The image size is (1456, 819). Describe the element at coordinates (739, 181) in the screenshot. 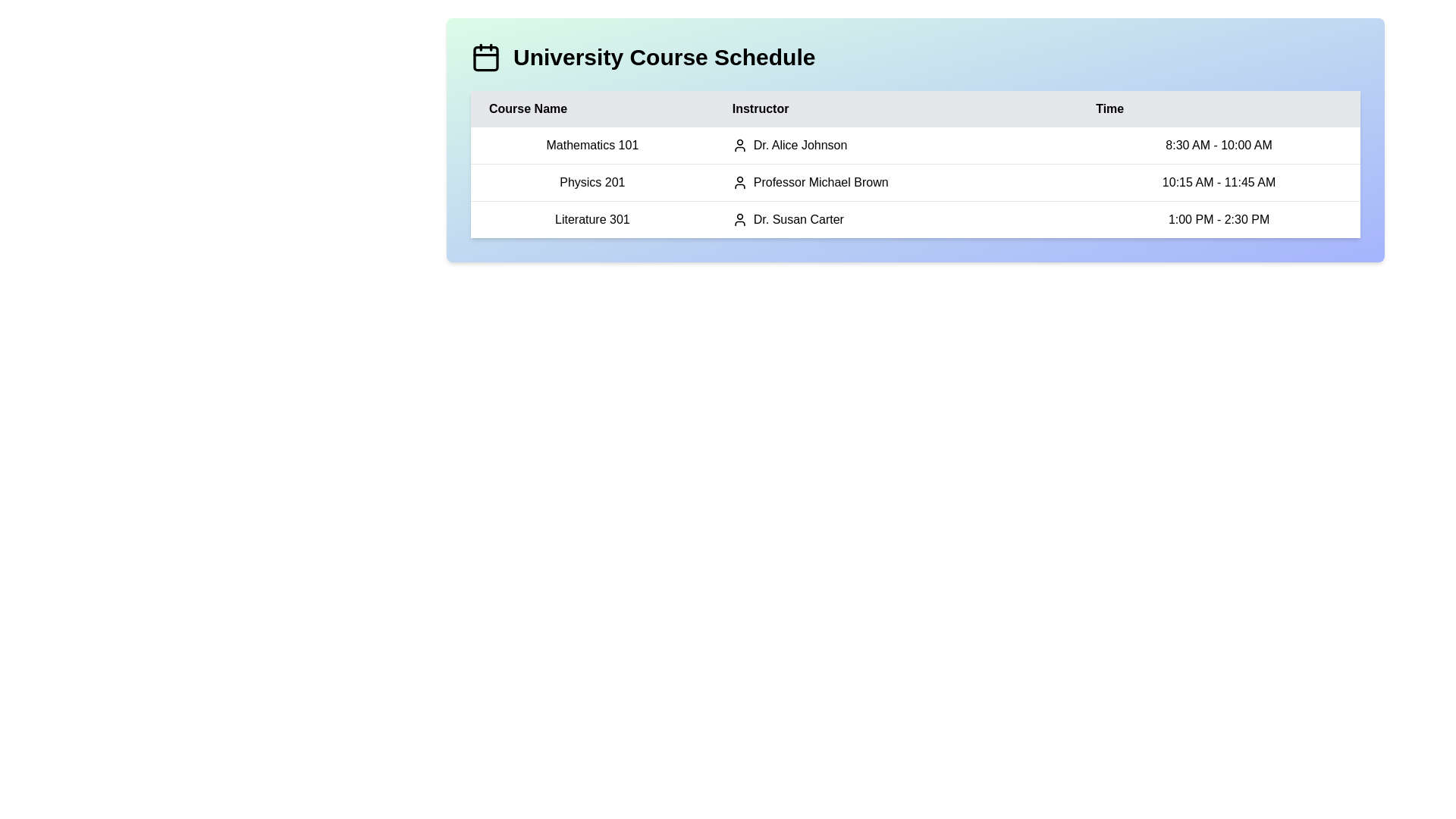

I see `the user profile avatar icon located in the second row under the 'Instructor' column, next to 'Professor Michael Brown'` at that location.